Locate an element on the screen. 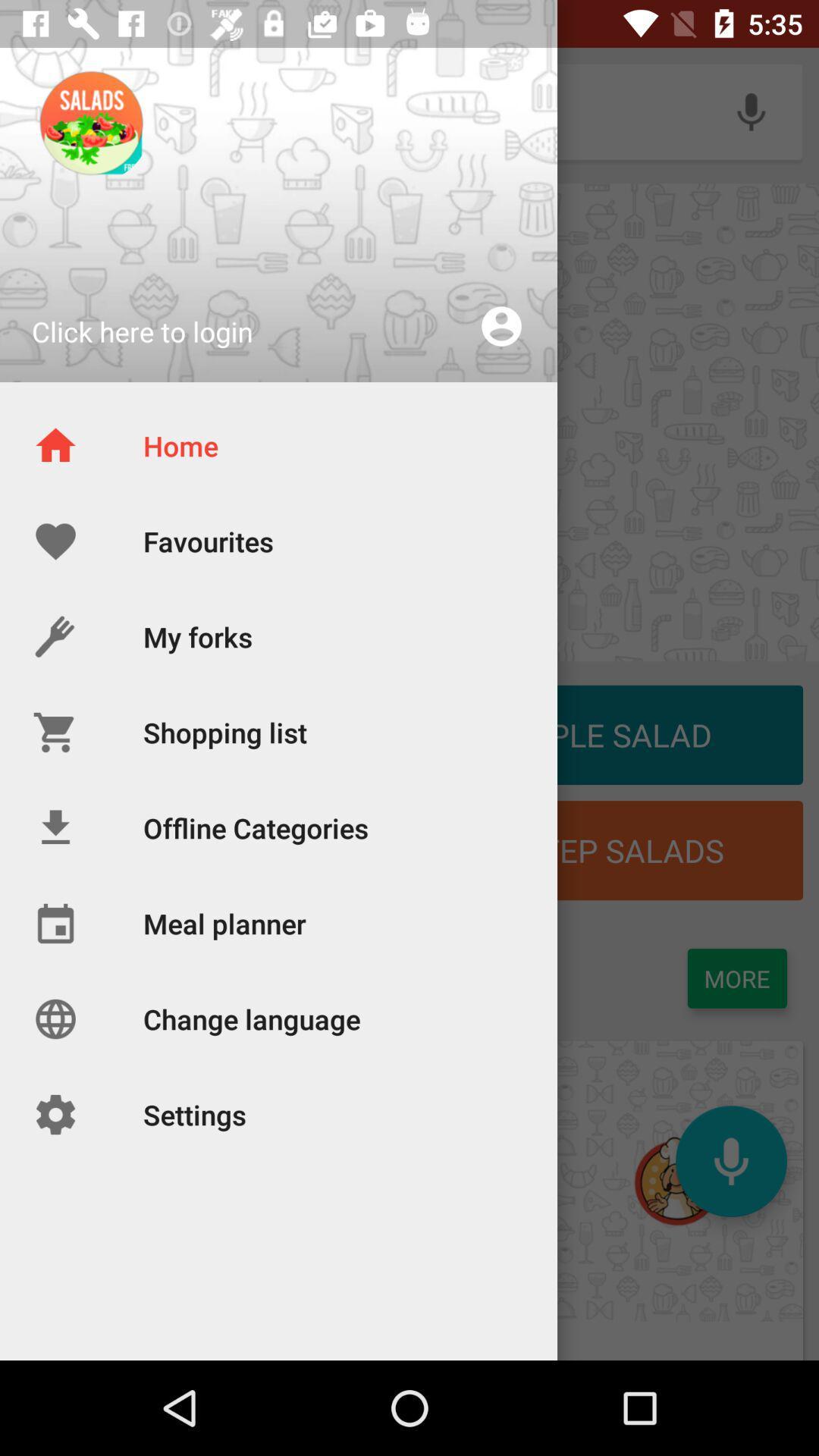  the microphone icon is located at coordinates (730, 1160).